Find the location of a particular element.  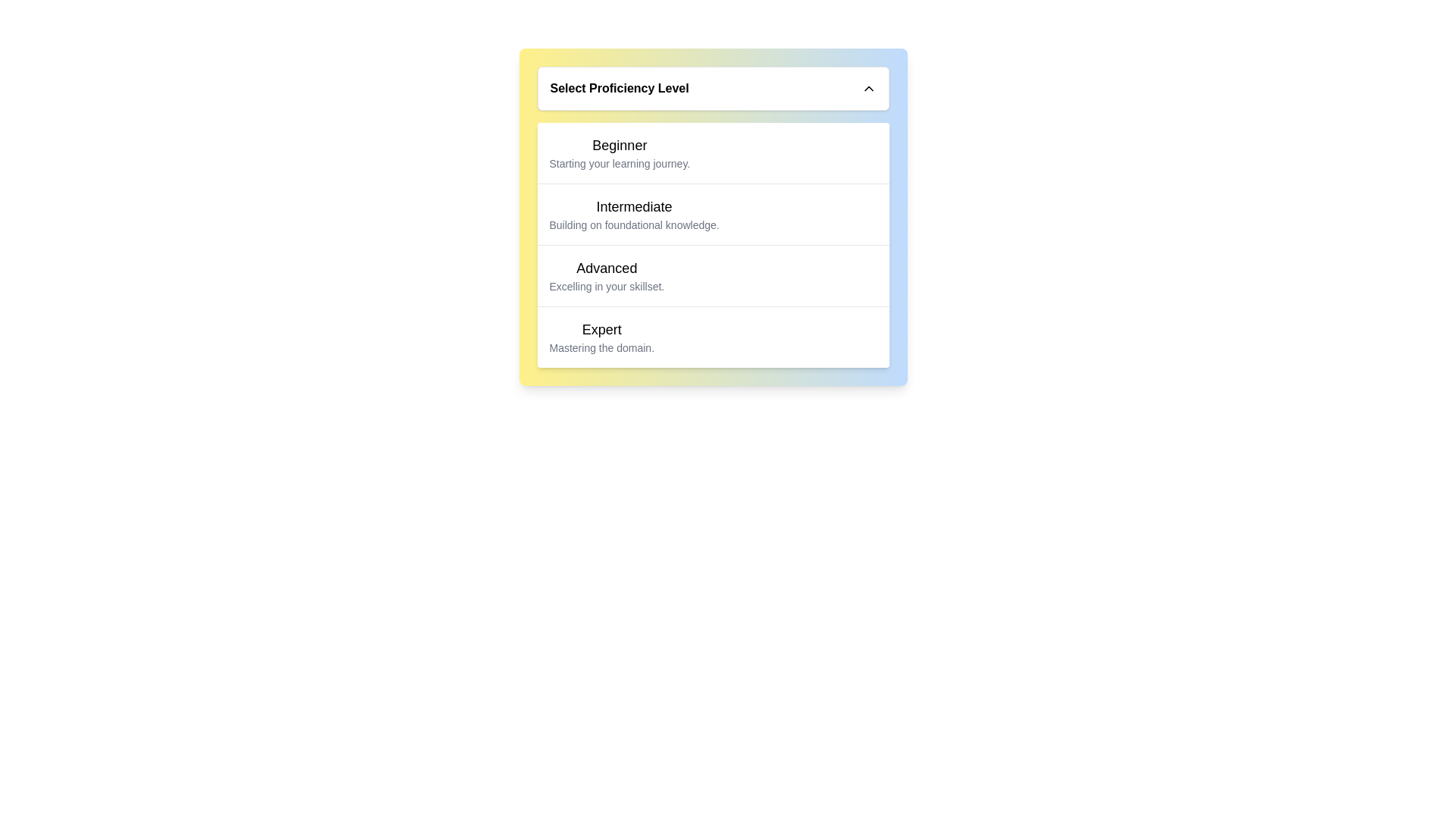

the 'Expert' text block within the interactive list under the 'Select Proficiency Level' dropdown is located at coordinates (712, 336).